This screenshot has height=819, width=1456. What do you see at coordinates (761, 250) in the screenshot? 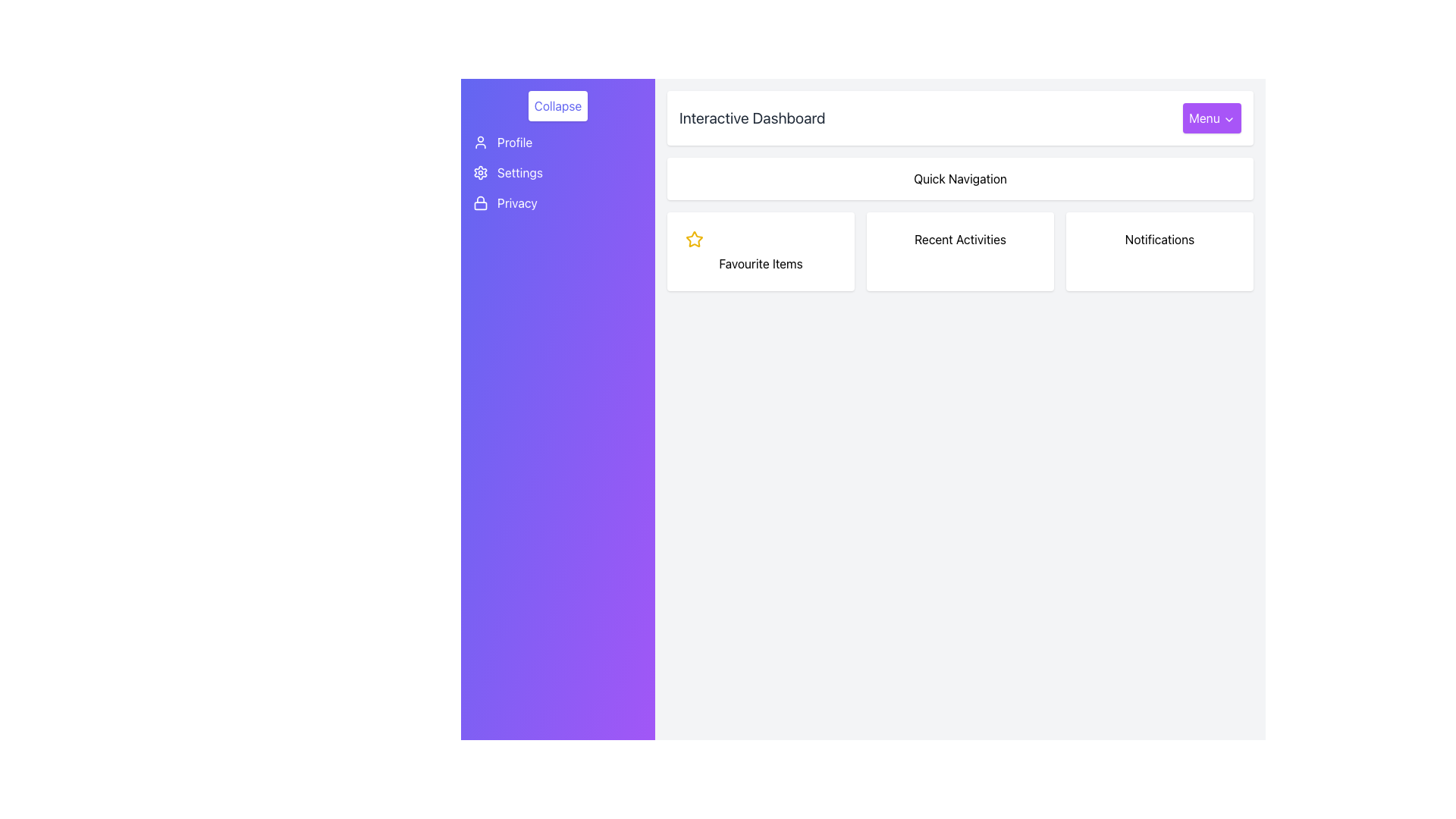
I see `the 'Favourite Items' card located in the leftmost column of the three-column grid layout, which is the first element below the 'Quick Navigation' label` at bounding box center [761, 250].